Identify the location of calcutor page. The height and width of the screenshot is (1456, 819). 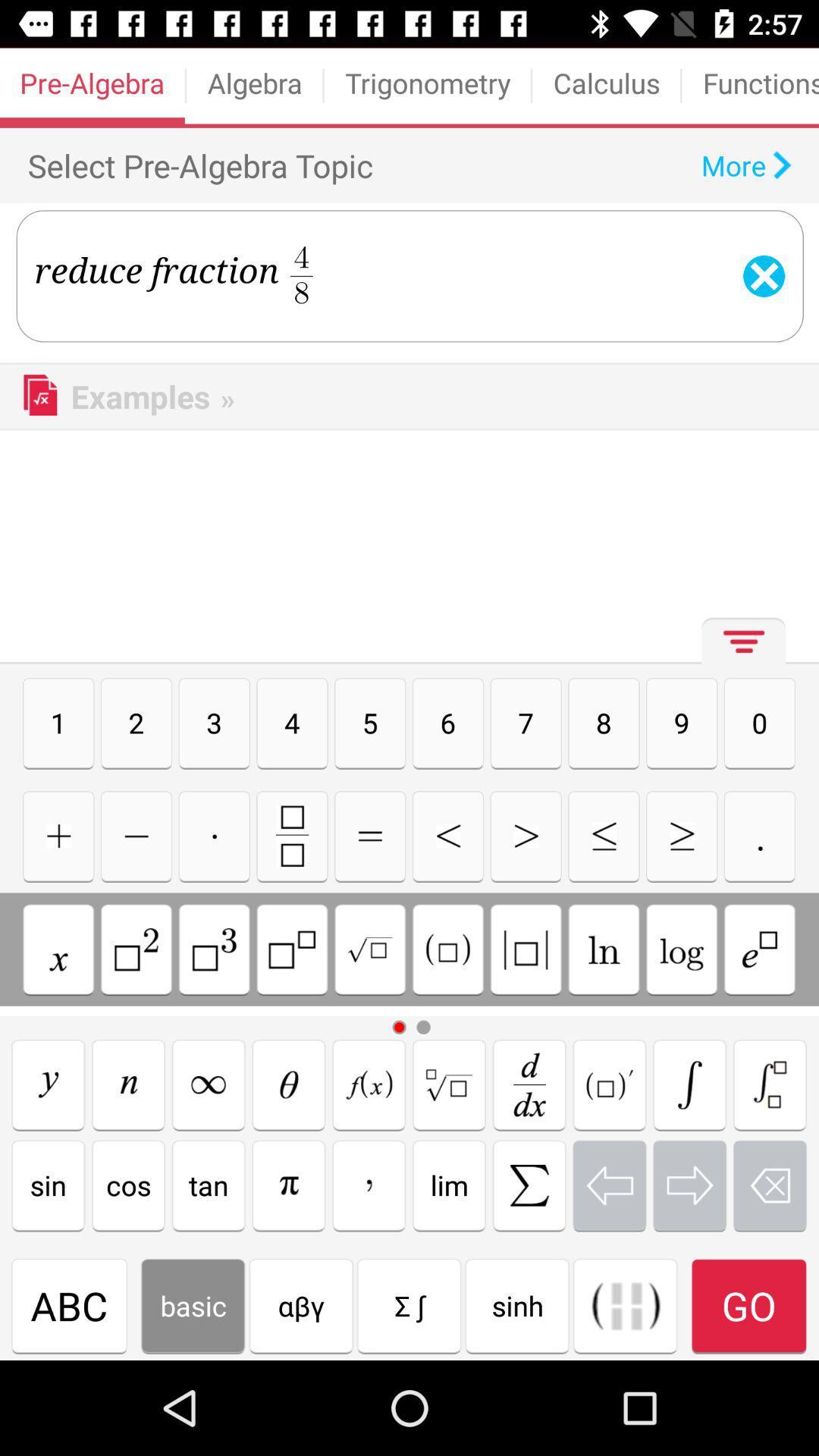
(603, 835).